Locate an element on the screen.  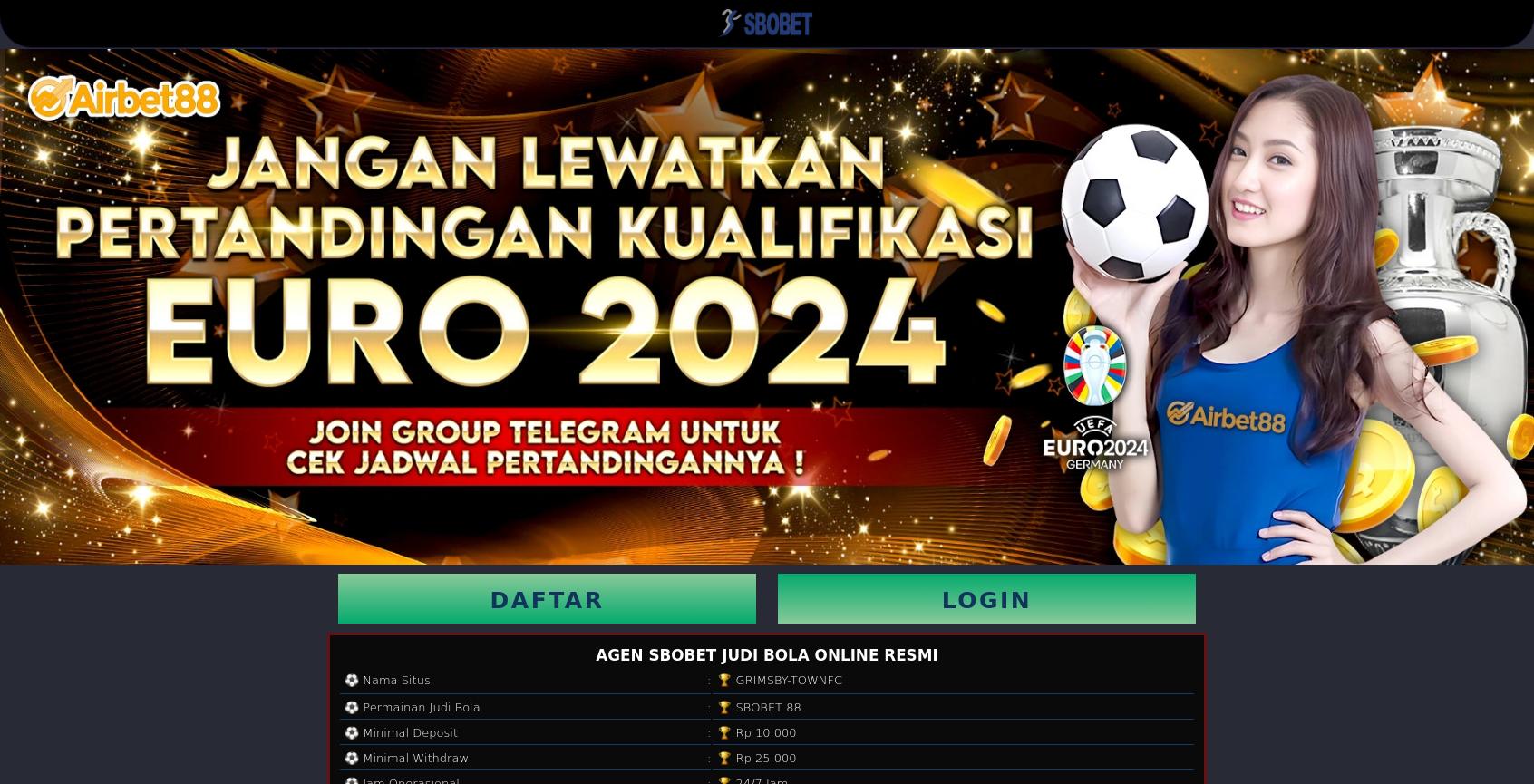
'DAFTAR' is located at coordinates (546, 599).